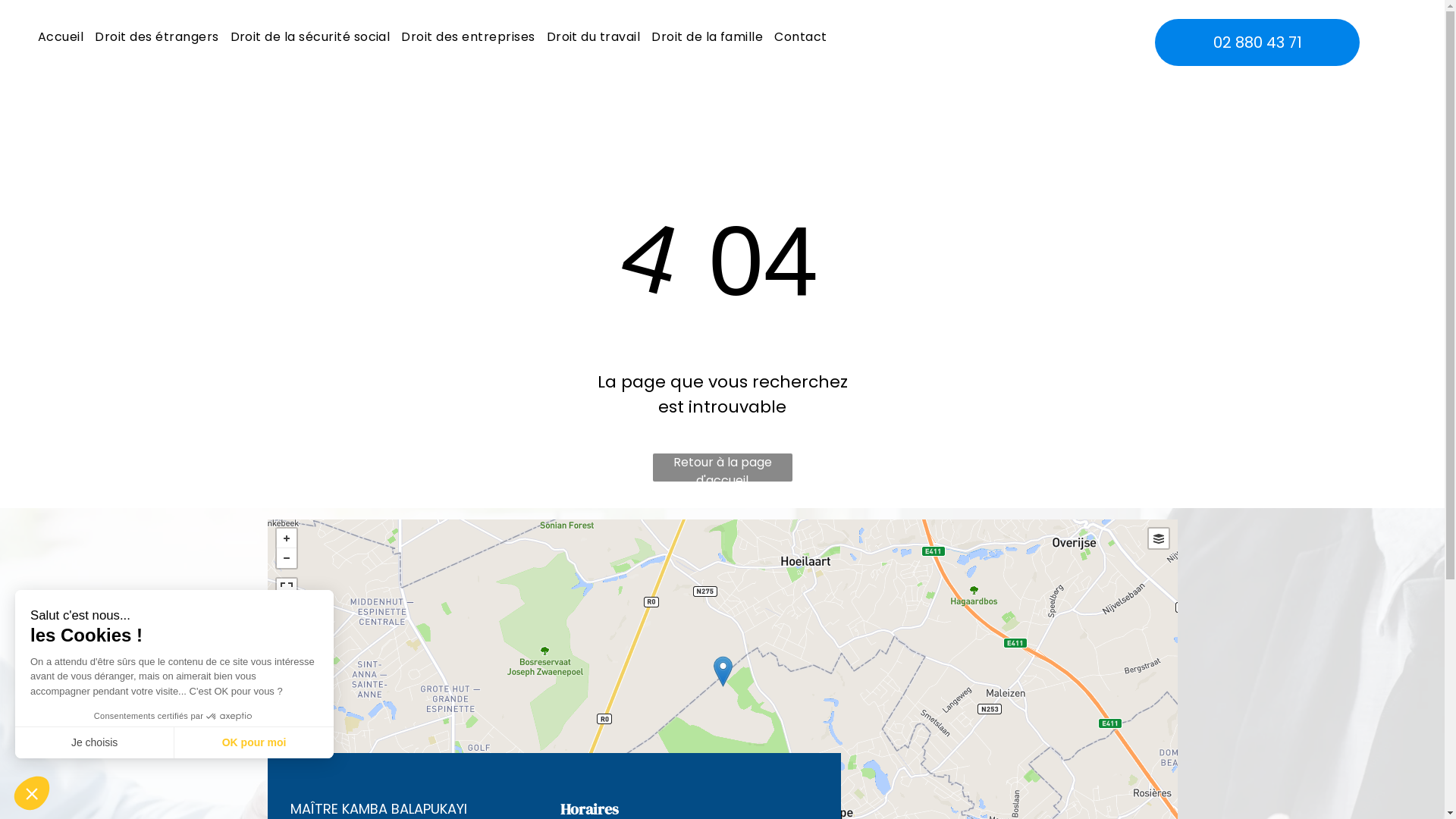  I want to click on 'Layers', so click(1156, 537).